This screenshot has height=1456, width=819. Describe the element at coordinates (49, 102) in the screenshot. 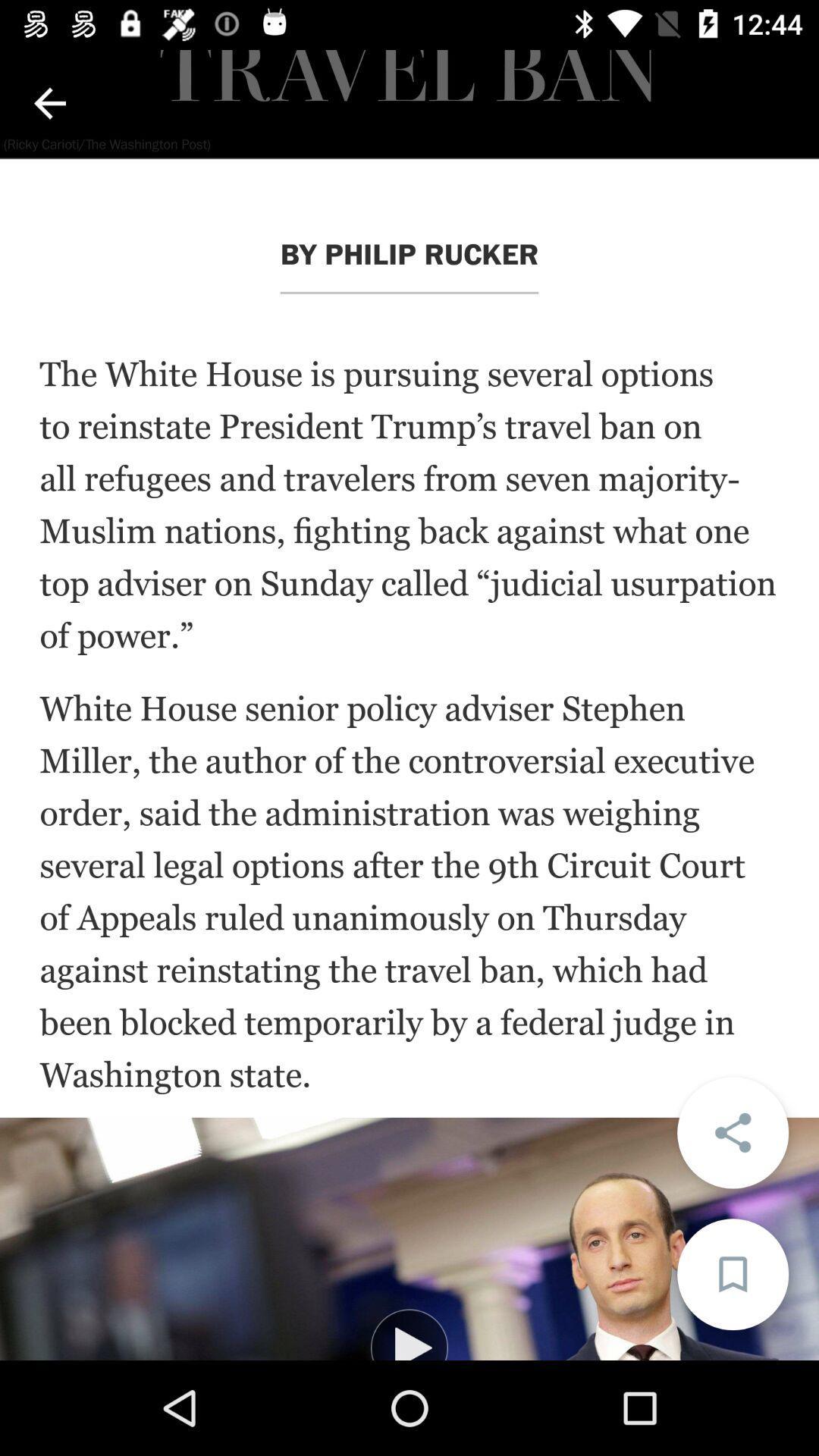

I see `the arrow_backward icon` at that location.